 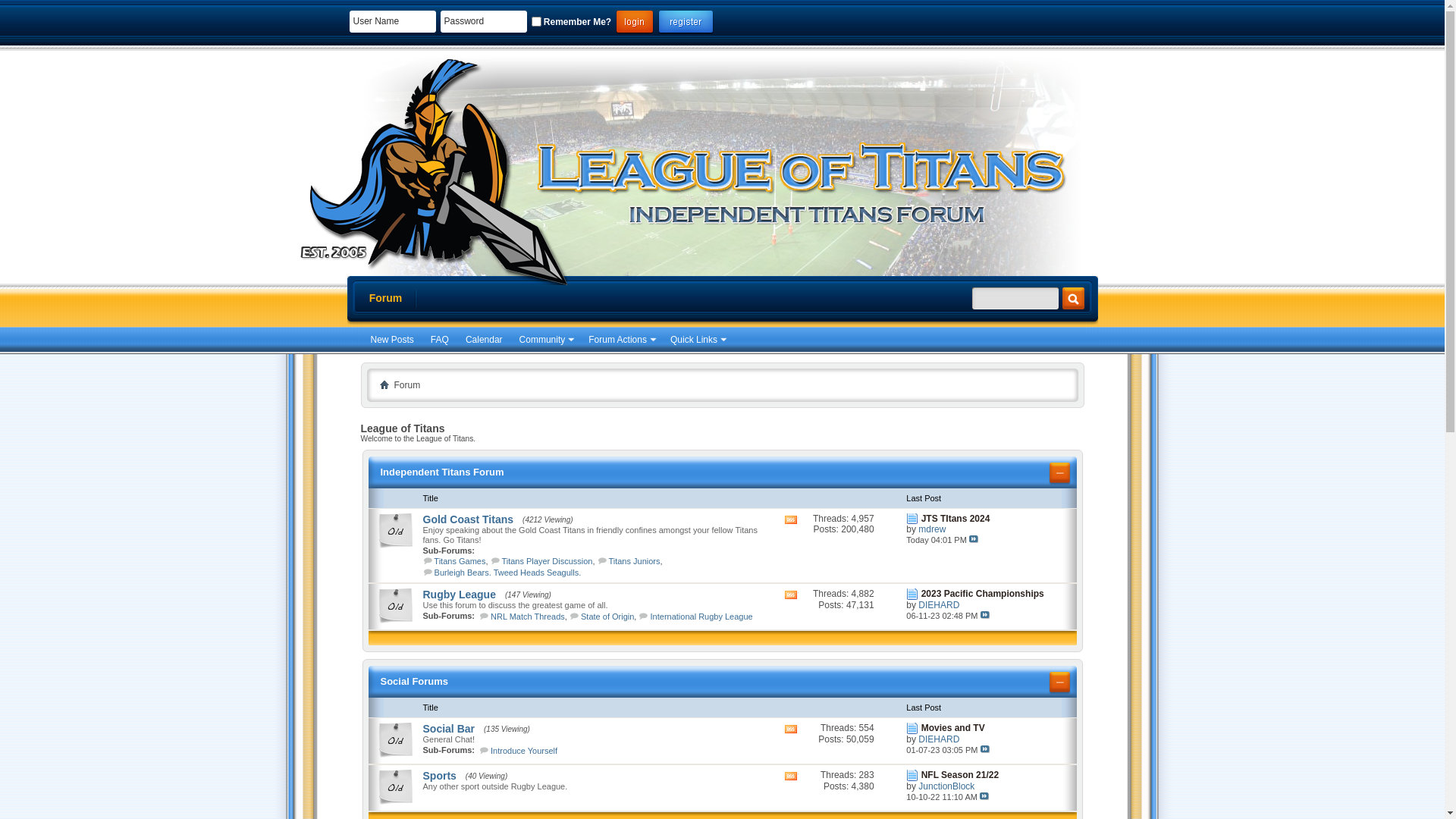 What do you see at coordinates (920, 727) in the screenshot?
I see `'Movies and TV'` at bounding box center [920, 727].